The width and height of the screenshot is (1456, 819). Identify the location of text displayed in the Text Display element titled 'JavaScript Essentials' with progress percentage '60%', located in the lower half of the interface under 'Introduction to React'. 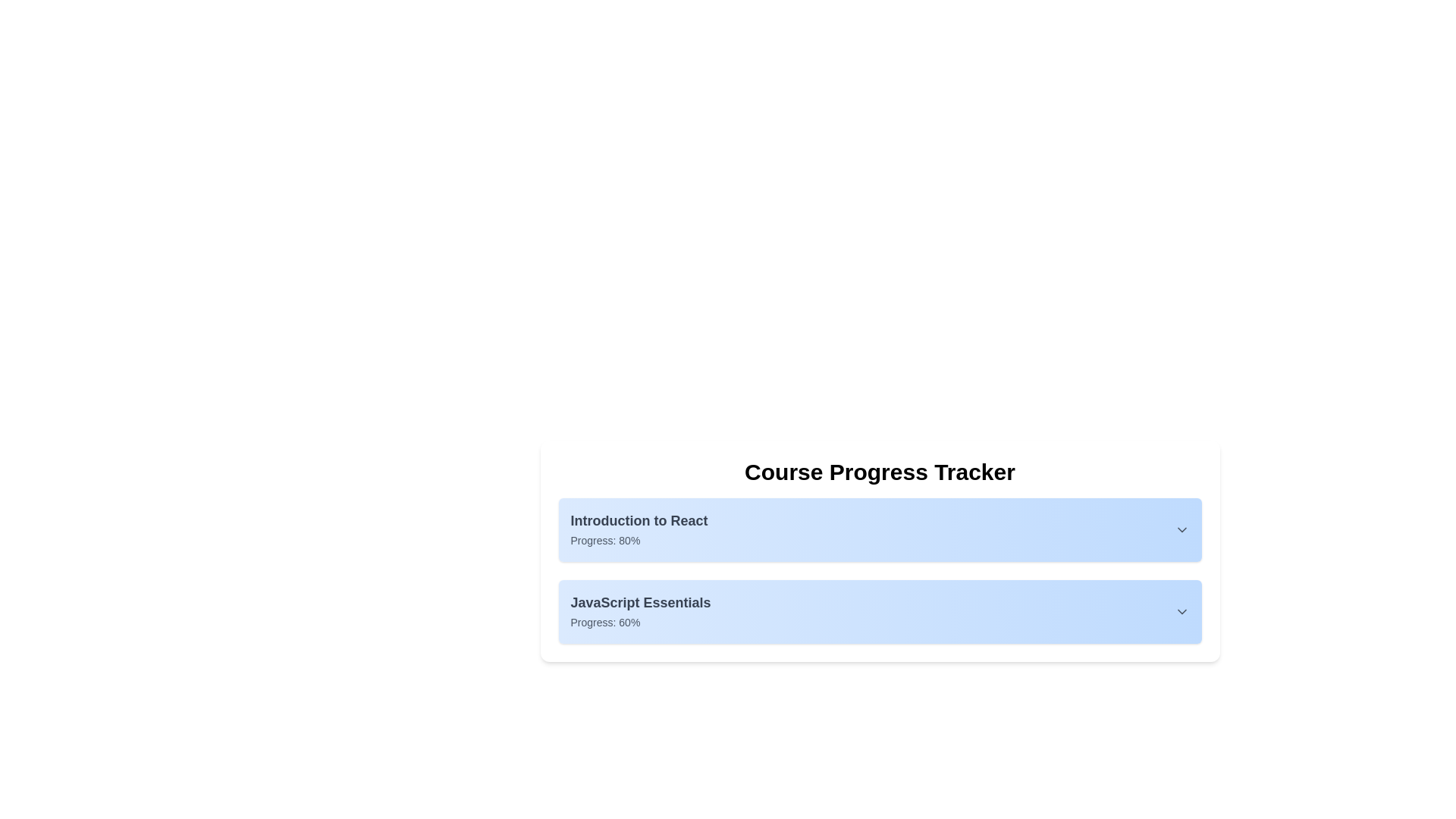
(640, 610).